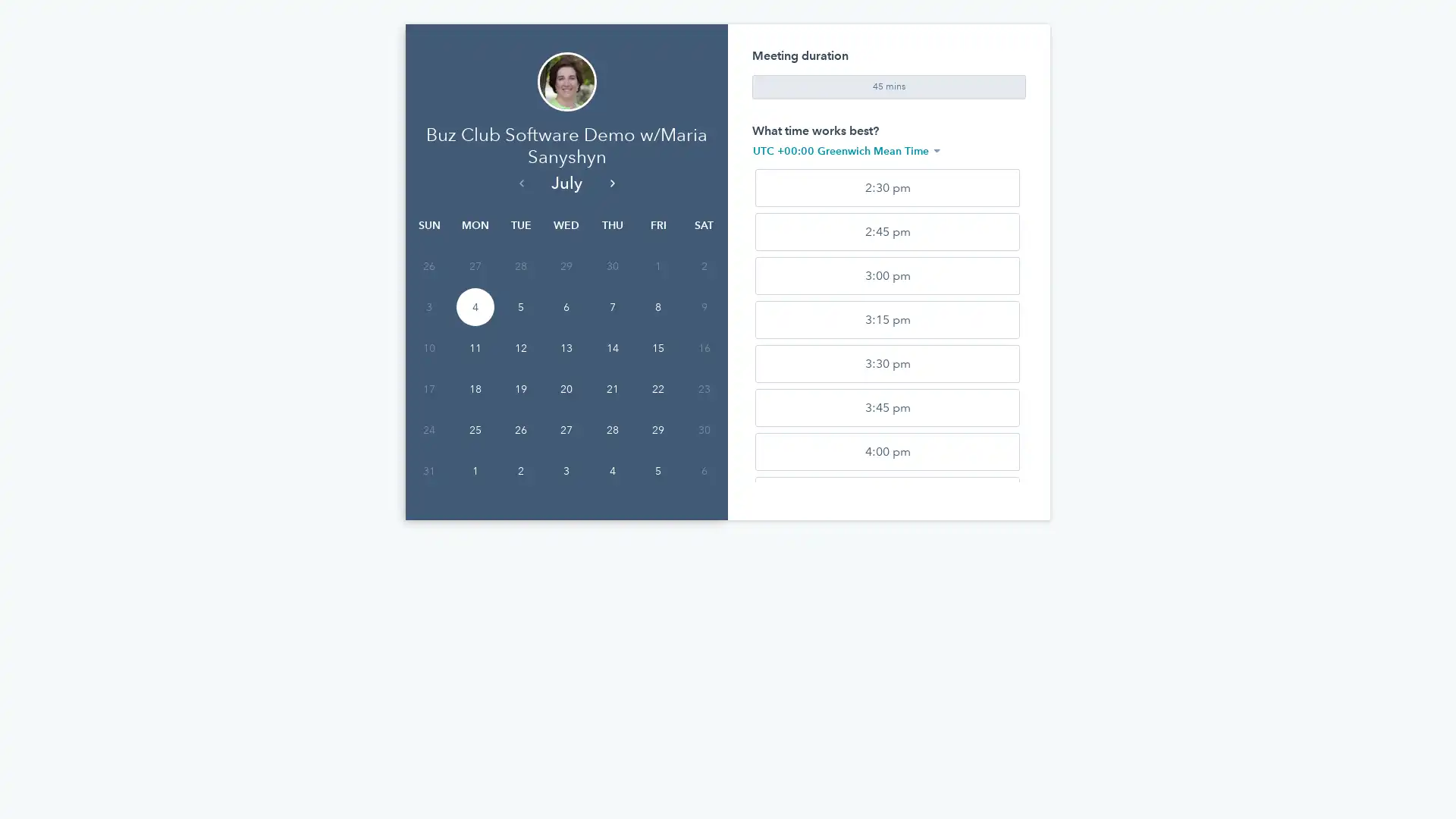 The image size is (1456, 819). I want to click on July 14th, so click(611, 405).